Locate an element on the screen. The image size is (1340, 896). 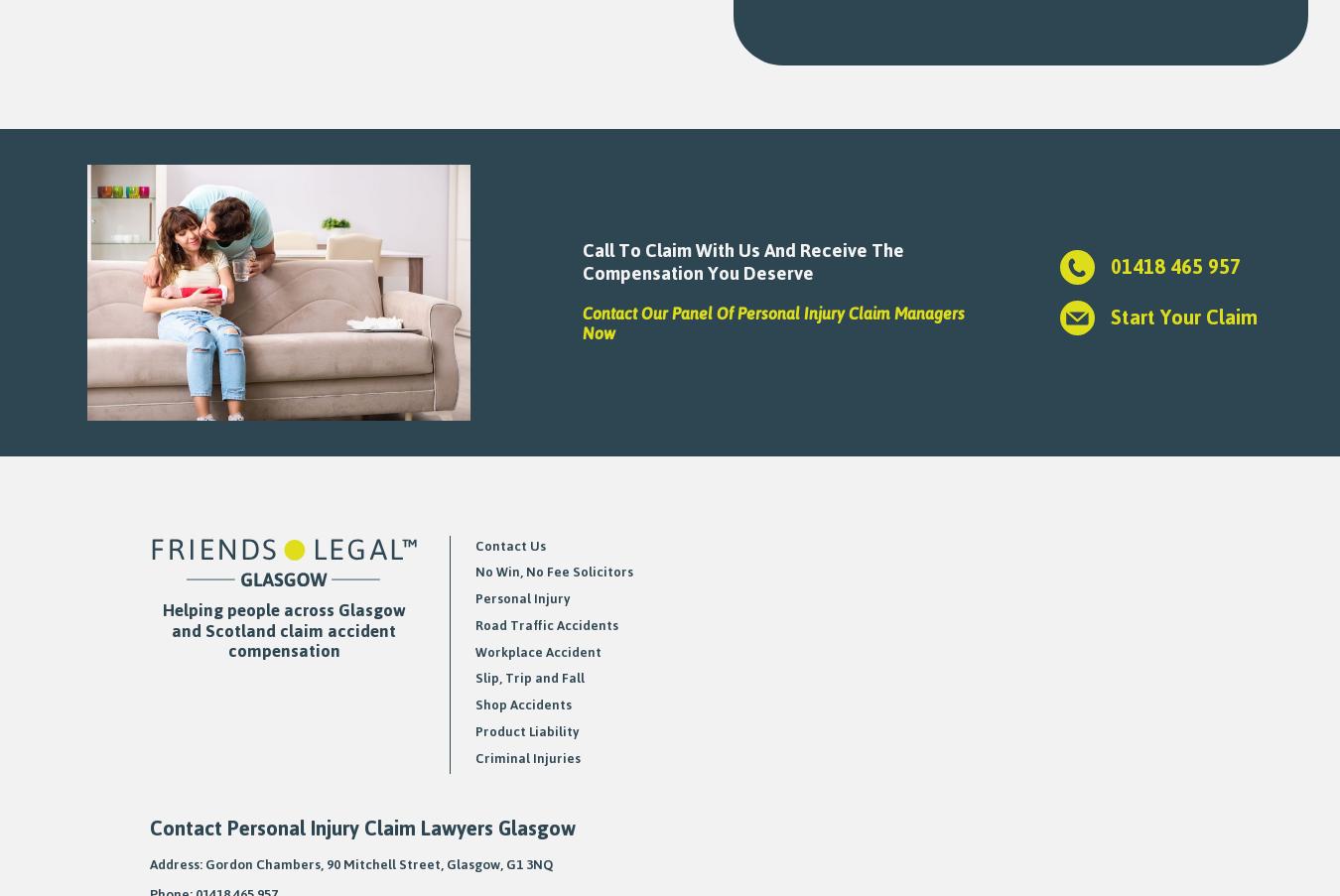
'G1 3NQ' is located at coordinates (528, 863).